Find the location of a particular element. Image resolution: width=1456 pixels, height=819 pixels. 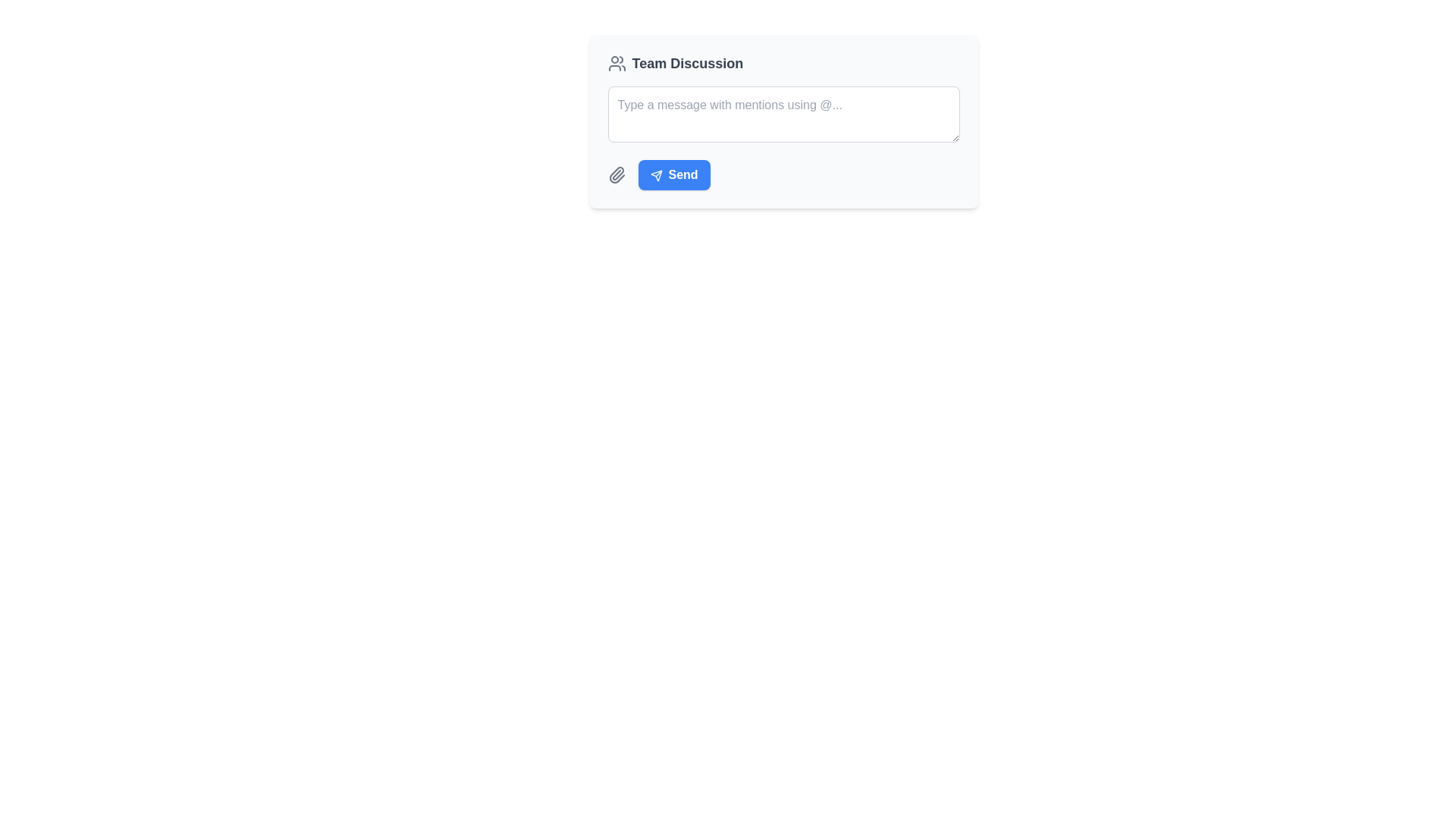

the send icon located at the bottom-right corner of the messaging section is located at coordinates (656, 174).